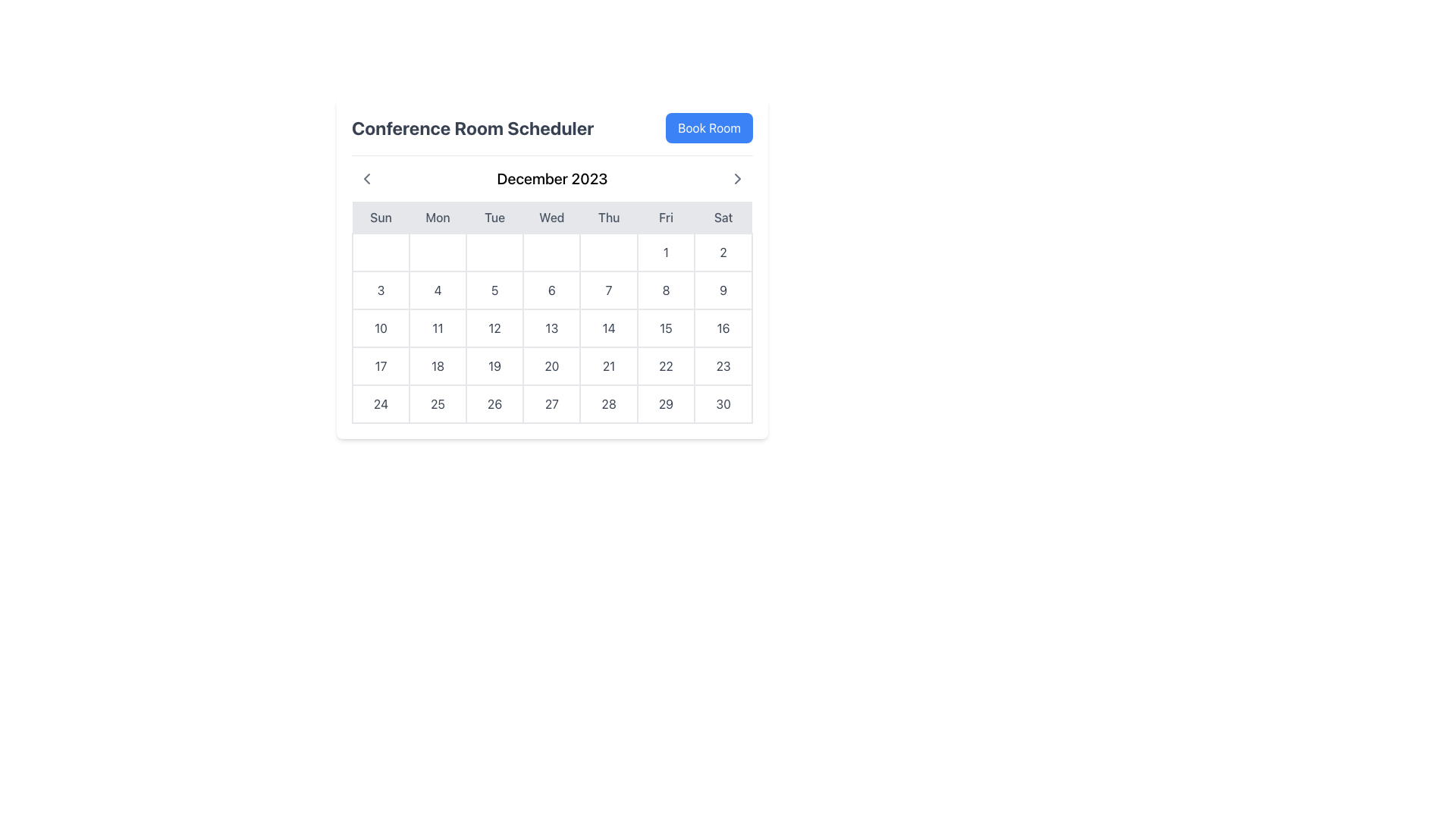 Image resolution: width=1456 pixels, height=819 pixels. What do you see at coordinates (551, 218) in the screenshot?
I see `the static header row containing the abbreviated names of the days of the week (Sun, Mon, Tue, Wed, Thu, Fri, Sat) in the calendar component for December 2023` at bounding box center [551, 218].